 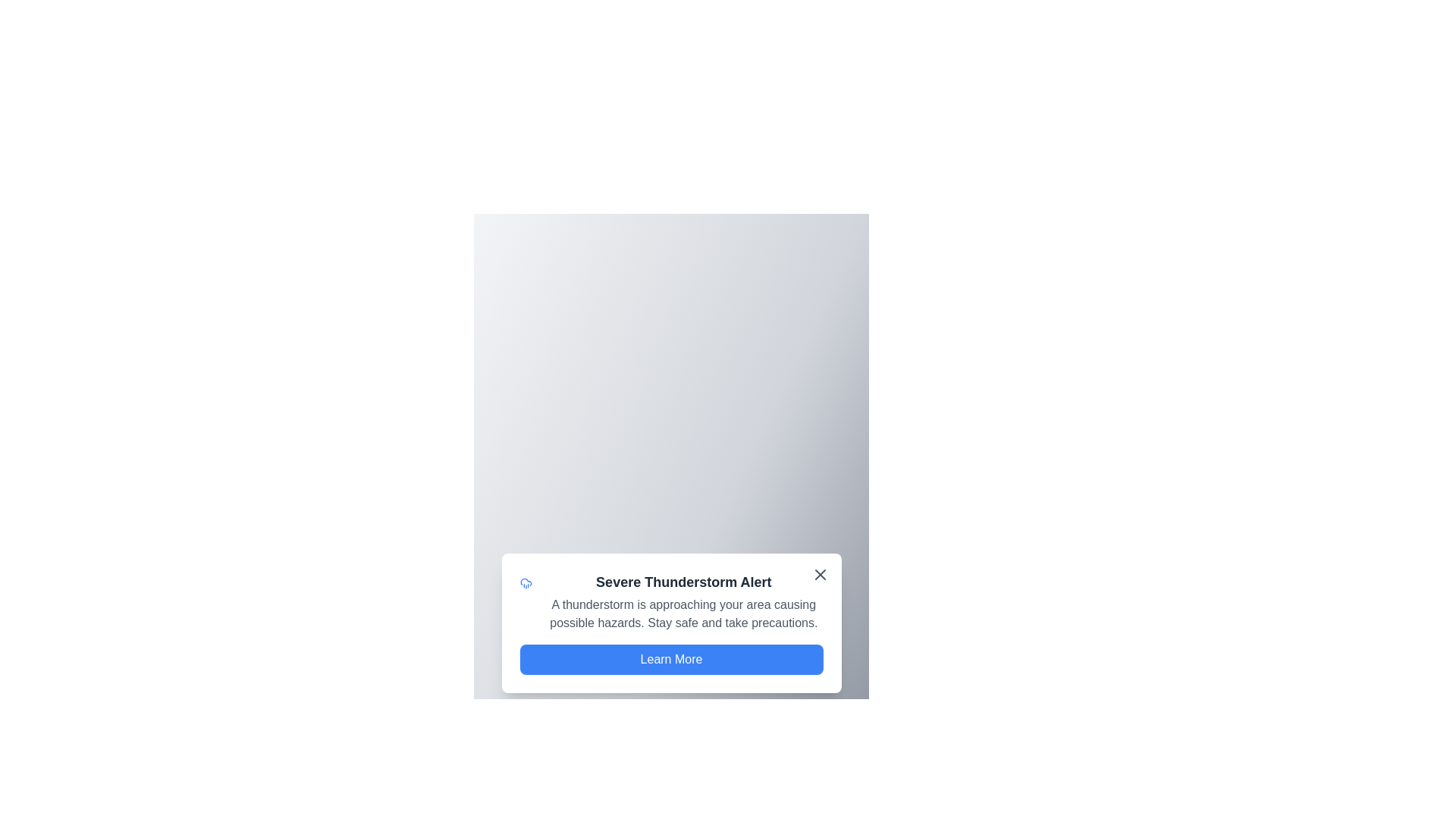 I want to click on the 'Learn More' button to access additional details about the alert, so click(x=670, y=659).